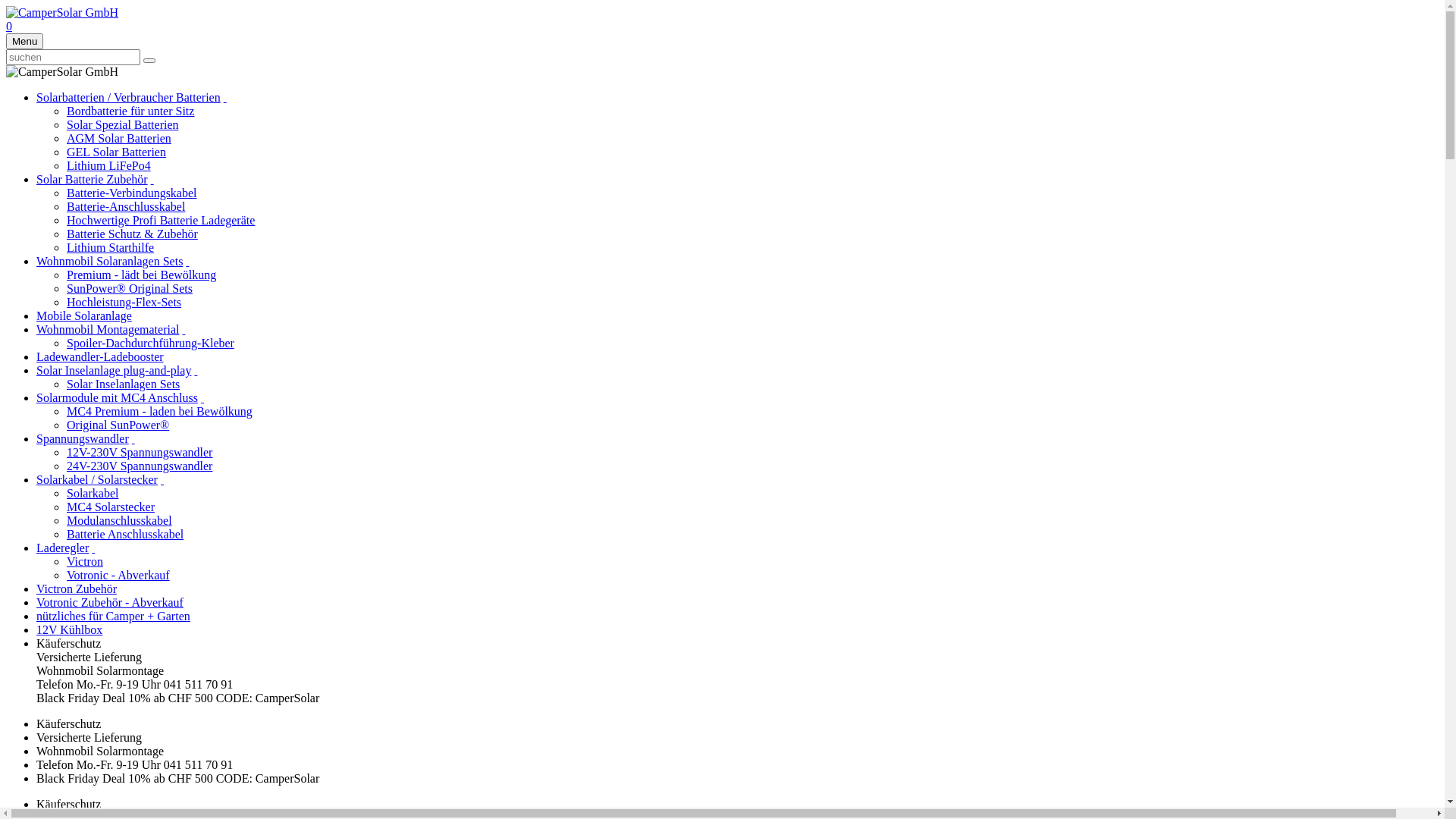 Image resolution: width=1456 pixels, height=819 pixels. I want to click on 'Lithium Starthilfe', so click(65, 246).